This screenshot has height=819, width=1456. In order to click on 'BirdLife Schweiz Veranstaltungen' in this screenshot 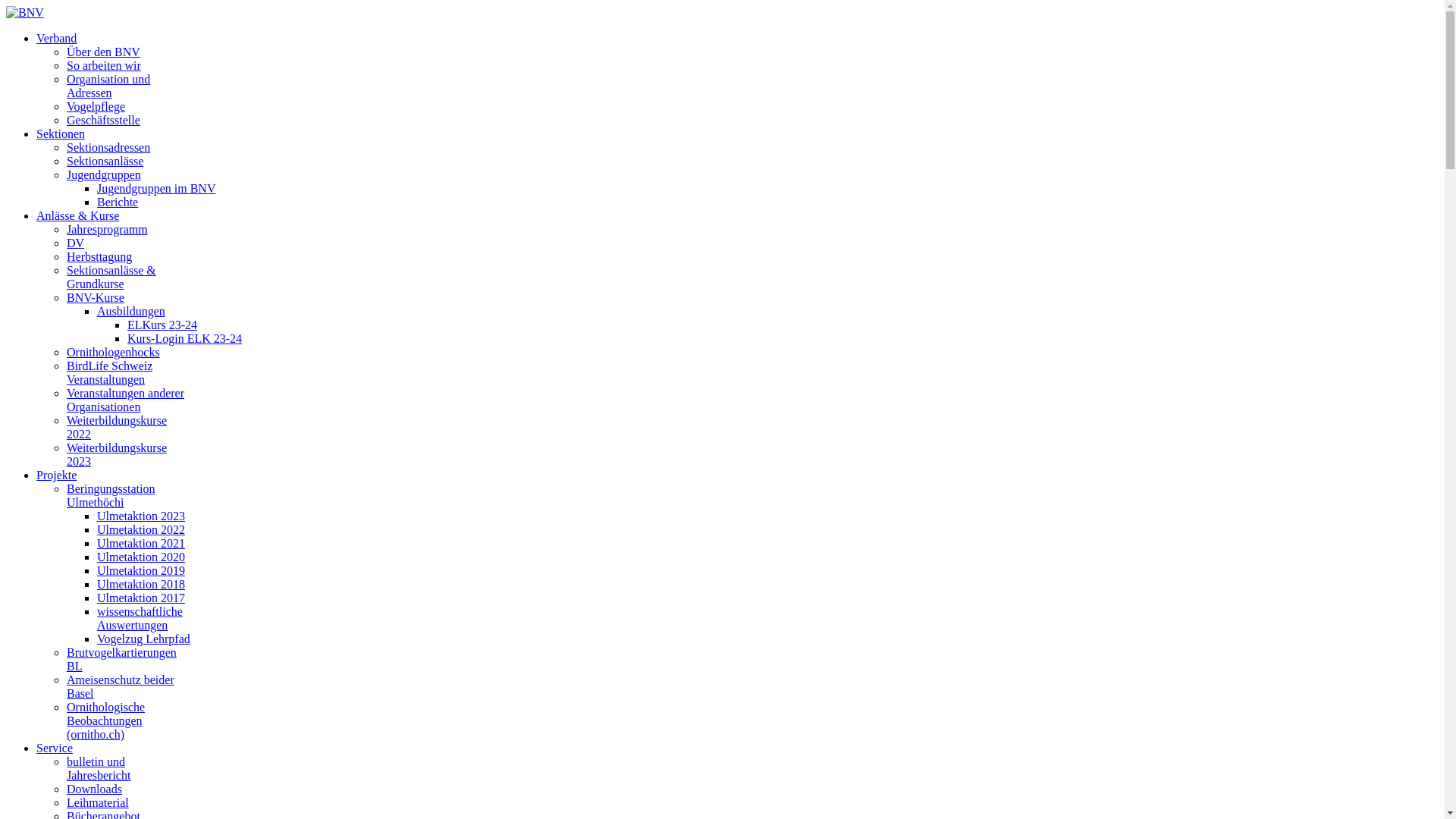, I will do `click(108, 372)`.